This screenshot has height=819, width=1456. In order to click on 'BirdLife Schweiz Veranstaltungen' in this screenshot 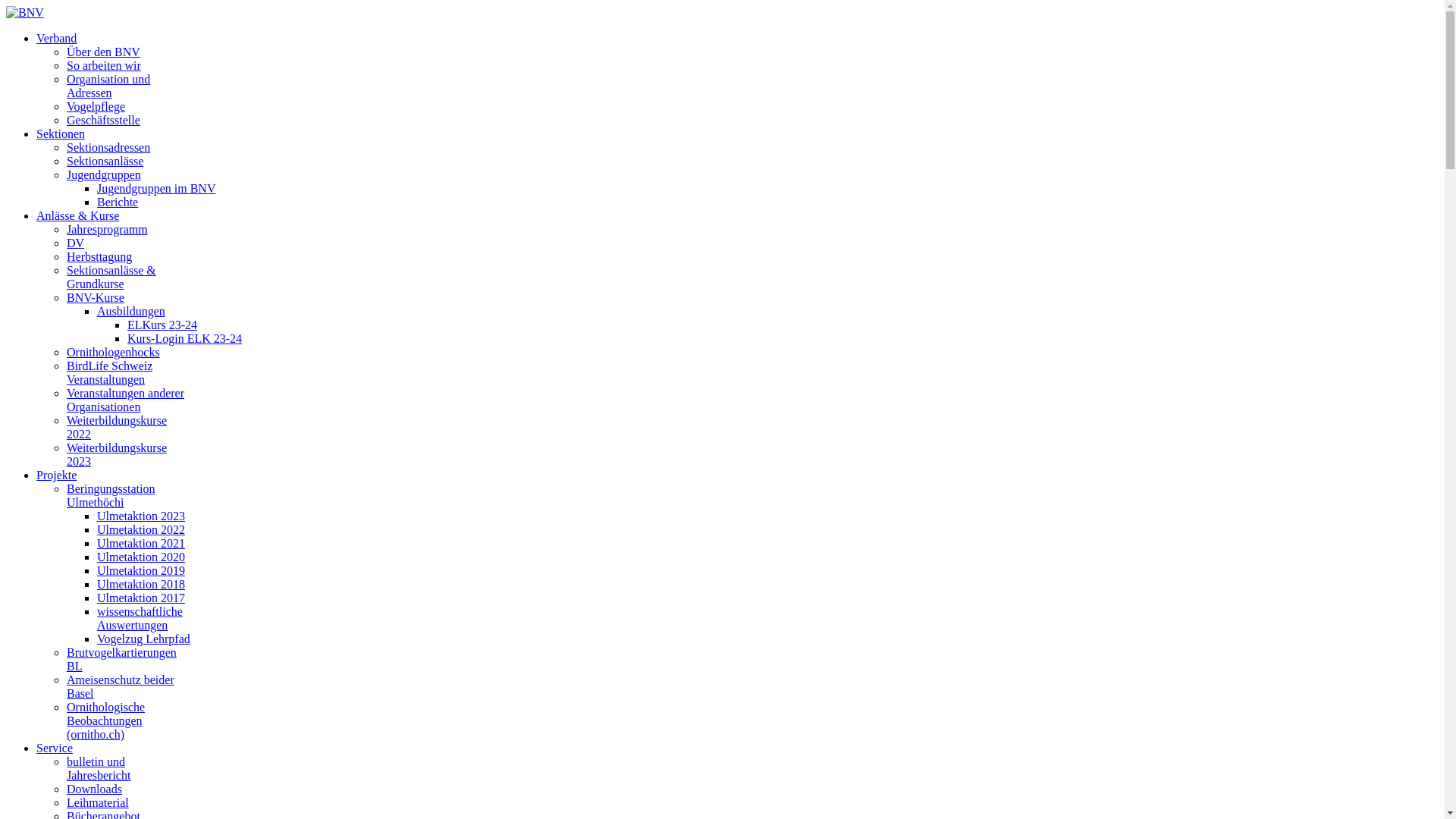, I will do `click(108, 372)`.